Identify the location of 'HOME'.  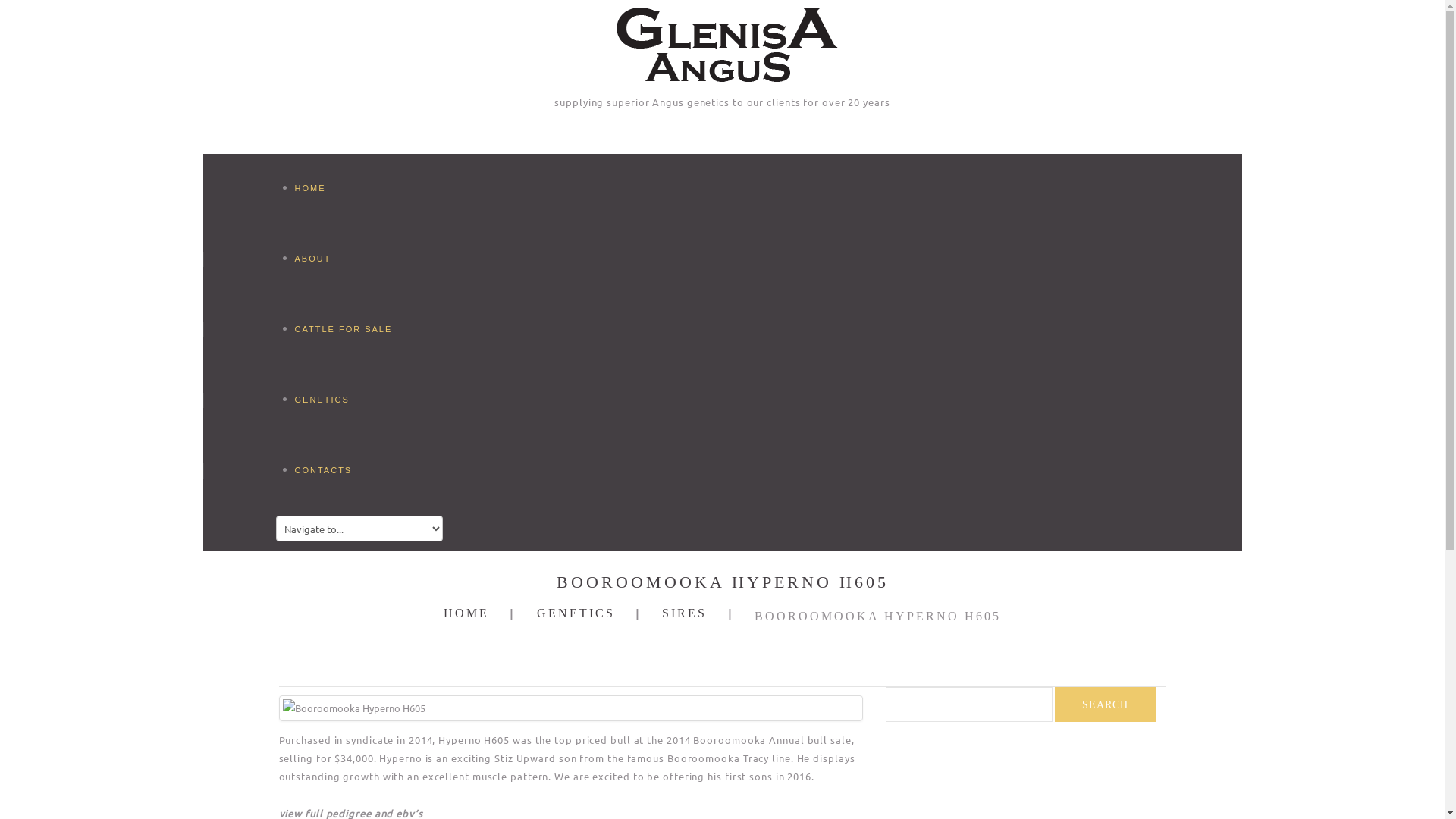
(443, 612).